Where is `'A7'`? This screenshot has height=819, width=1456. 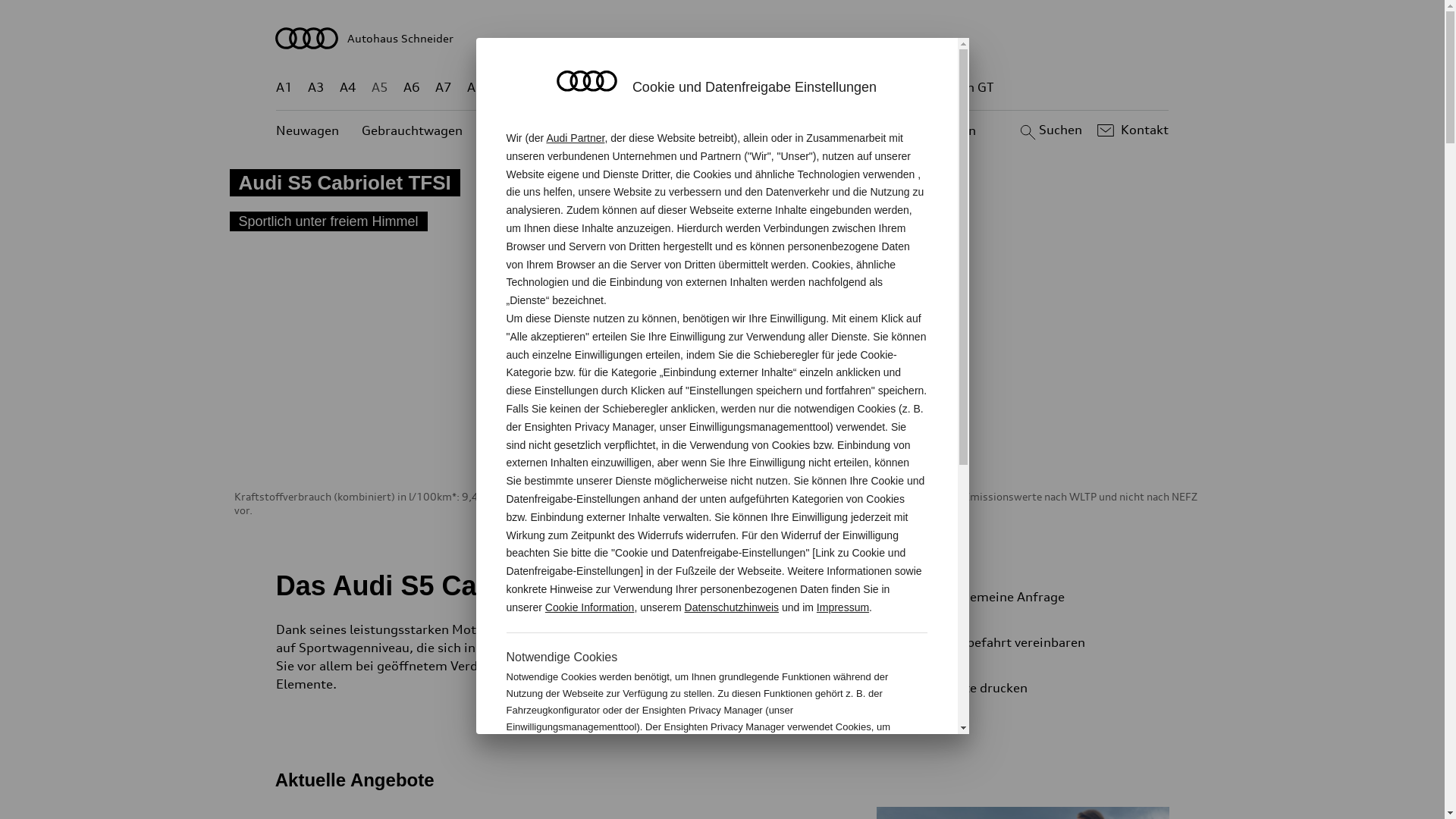 'A7' is located at coordinates (443, 87).